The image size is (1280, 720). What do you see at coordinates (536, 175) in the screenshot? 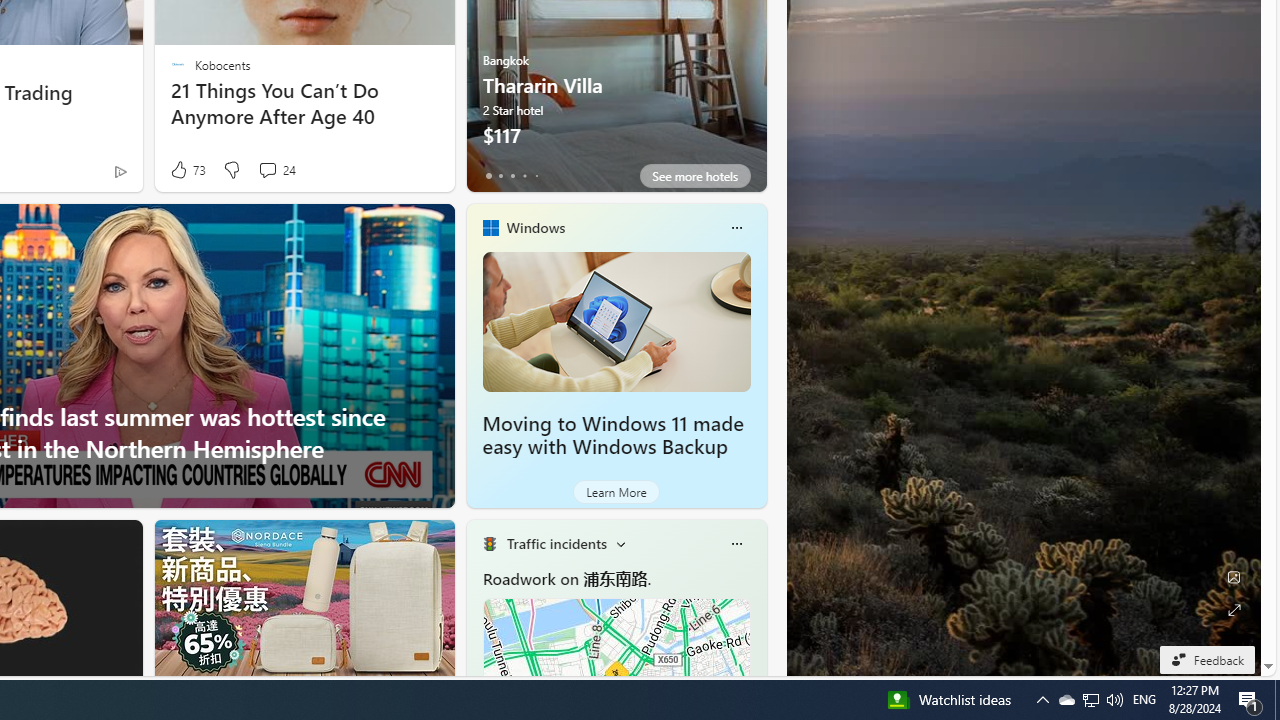
I see `'tab-4'` at bounding box center [536, 175].